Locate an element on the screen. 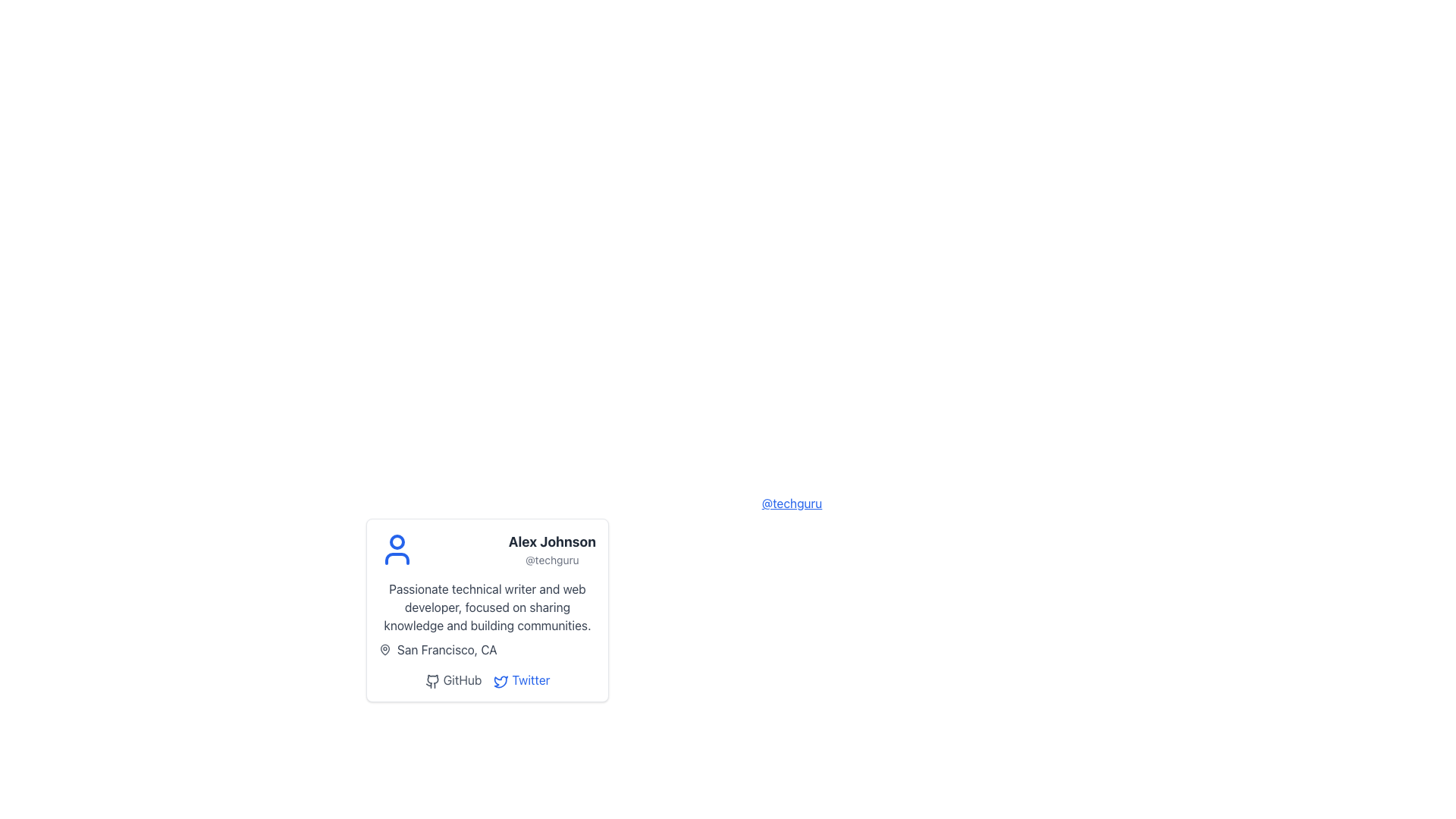 Image resolution: width=1456 pixels, height=819 pixels. the label displaying 'San Francisco, CA' with a map pin icon, located at the bottom-left section of the card beneath the descriptive paragraph is located at coordinates (488, 648).